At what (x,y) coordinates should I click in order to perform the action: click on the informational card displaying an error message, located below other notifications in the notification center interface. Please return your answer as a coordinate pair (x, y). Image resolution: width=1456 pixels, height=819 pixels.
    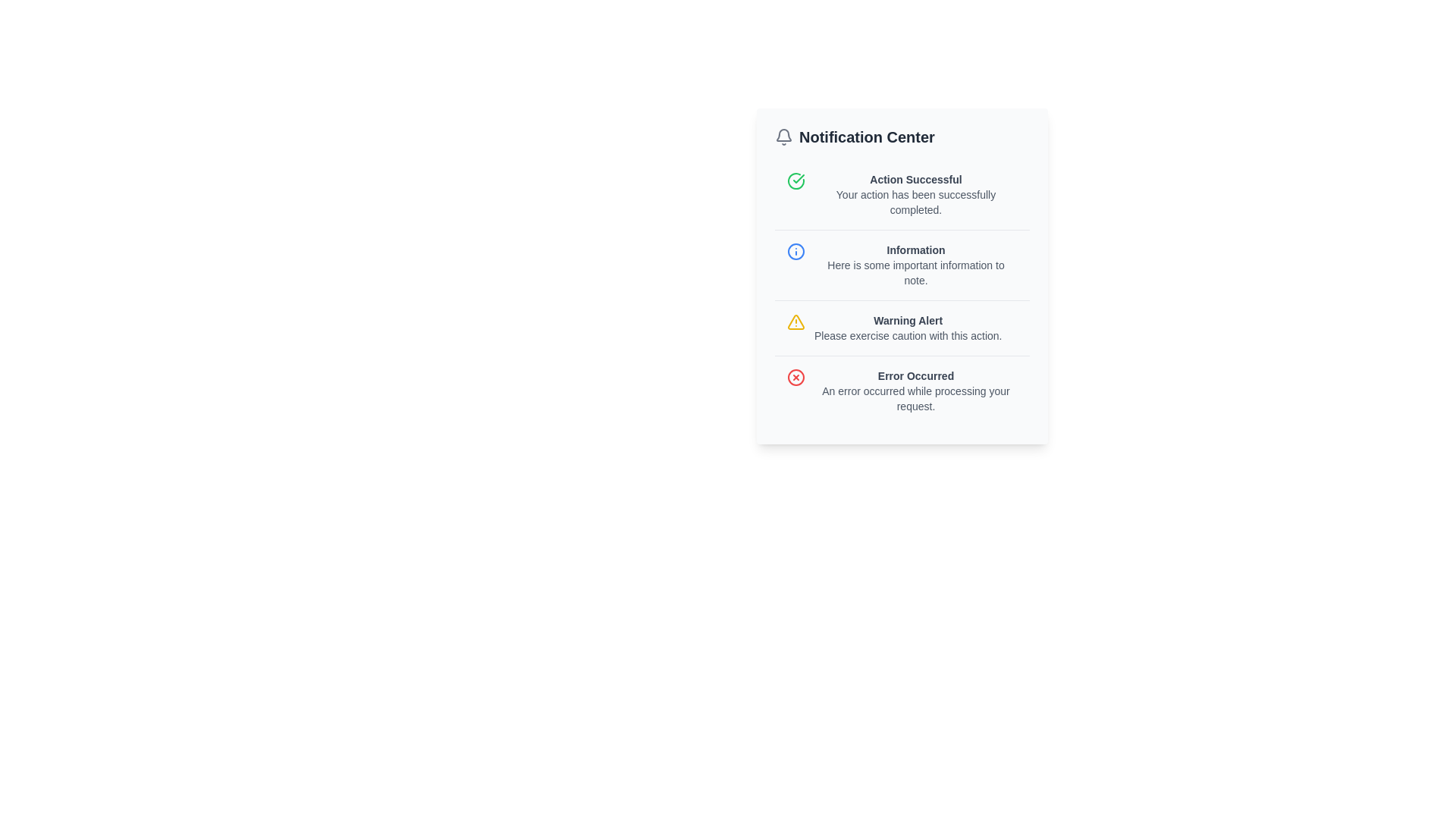
    Looking at the image, I should click on (902, 391).